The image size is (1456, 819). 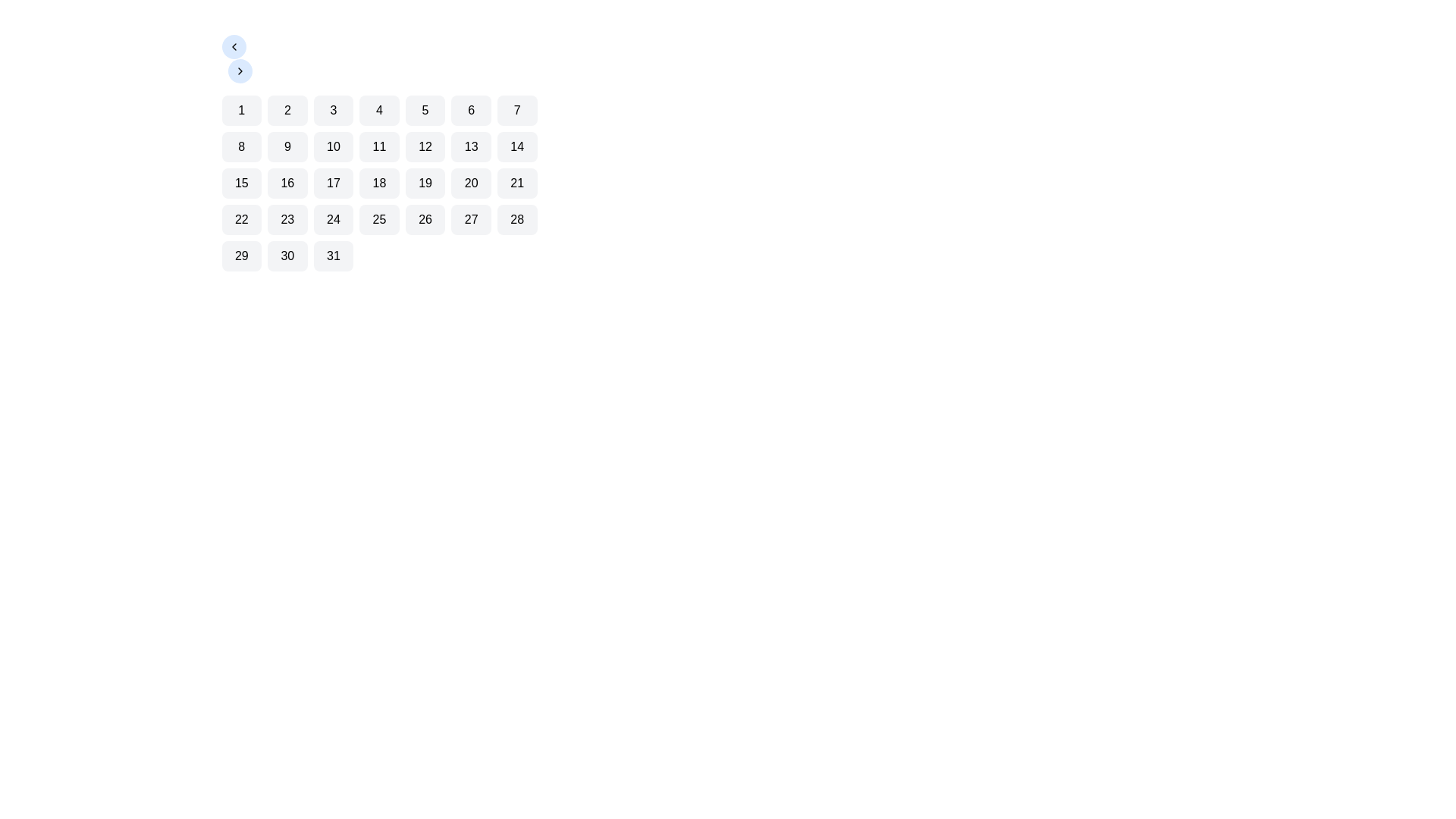 What do you see at coordinates (287, 110) in the screenshot?
I see `the second selectable grid item in the first row` at bounding box center [287, 110].